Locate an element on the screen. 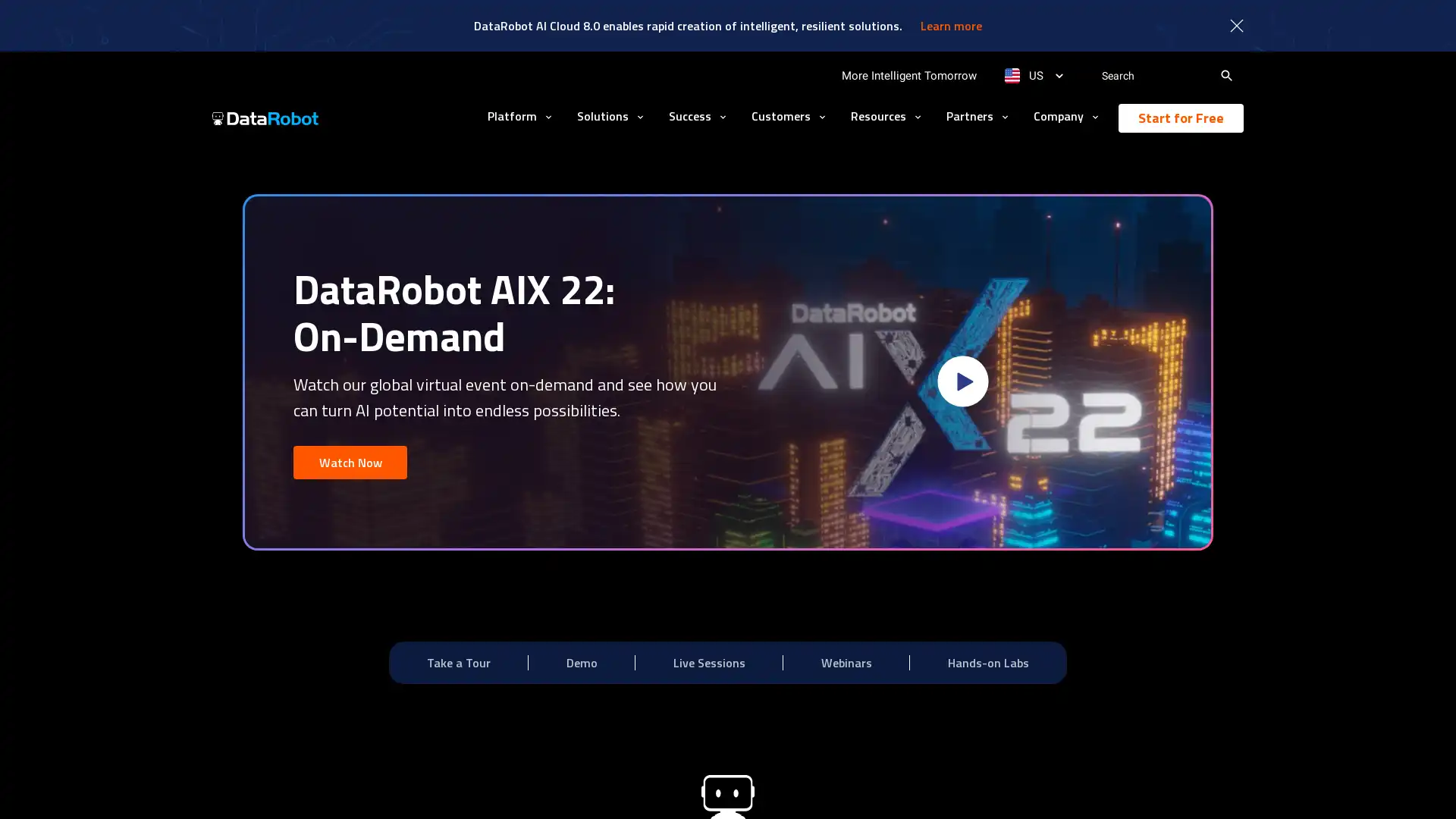 The width and height of the screenshot is (1456, 819). Cookie Settings is located at coordinates (967, 786).